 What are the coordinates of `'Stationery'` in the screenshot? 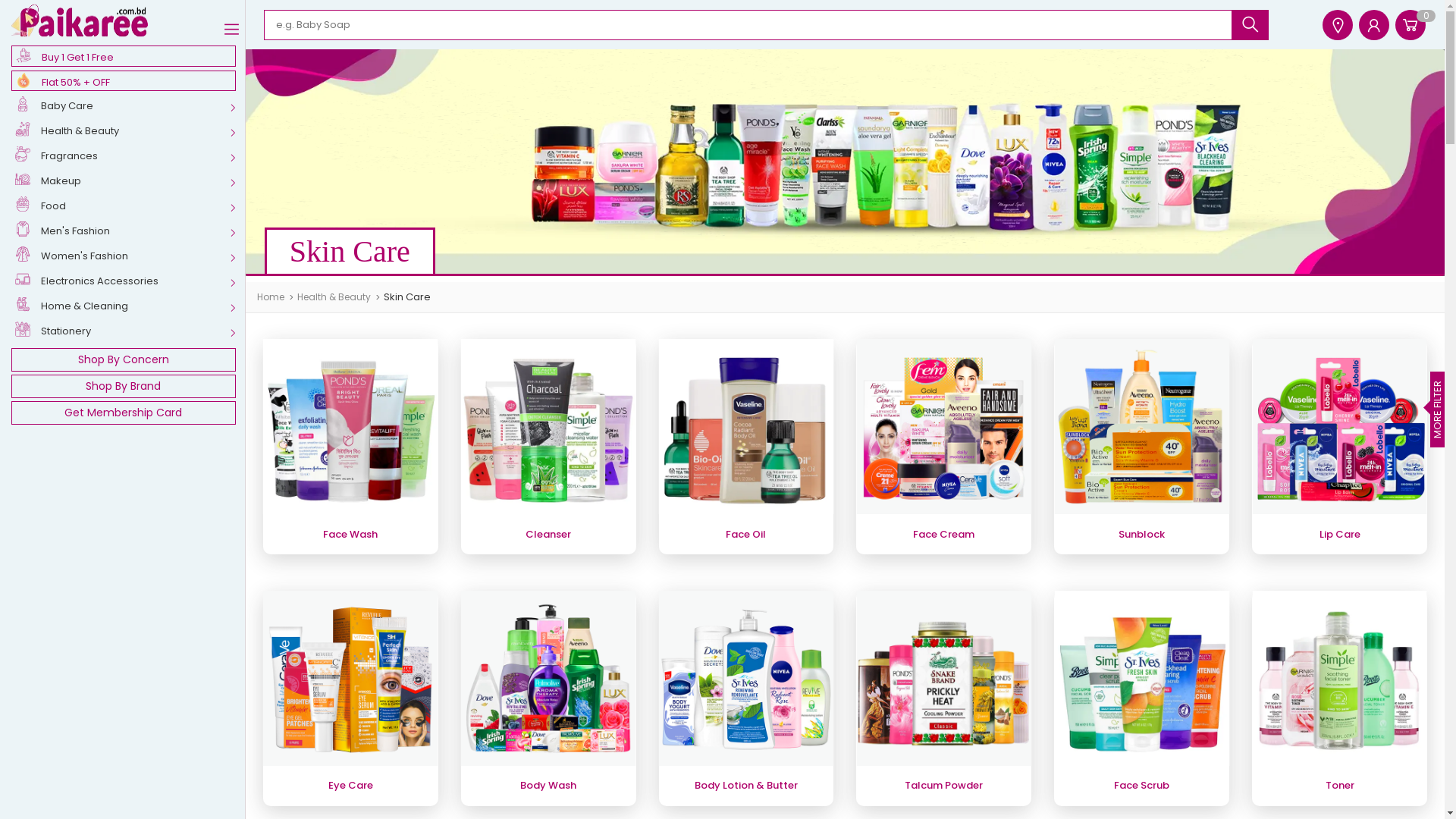 It's located at (127, 331).